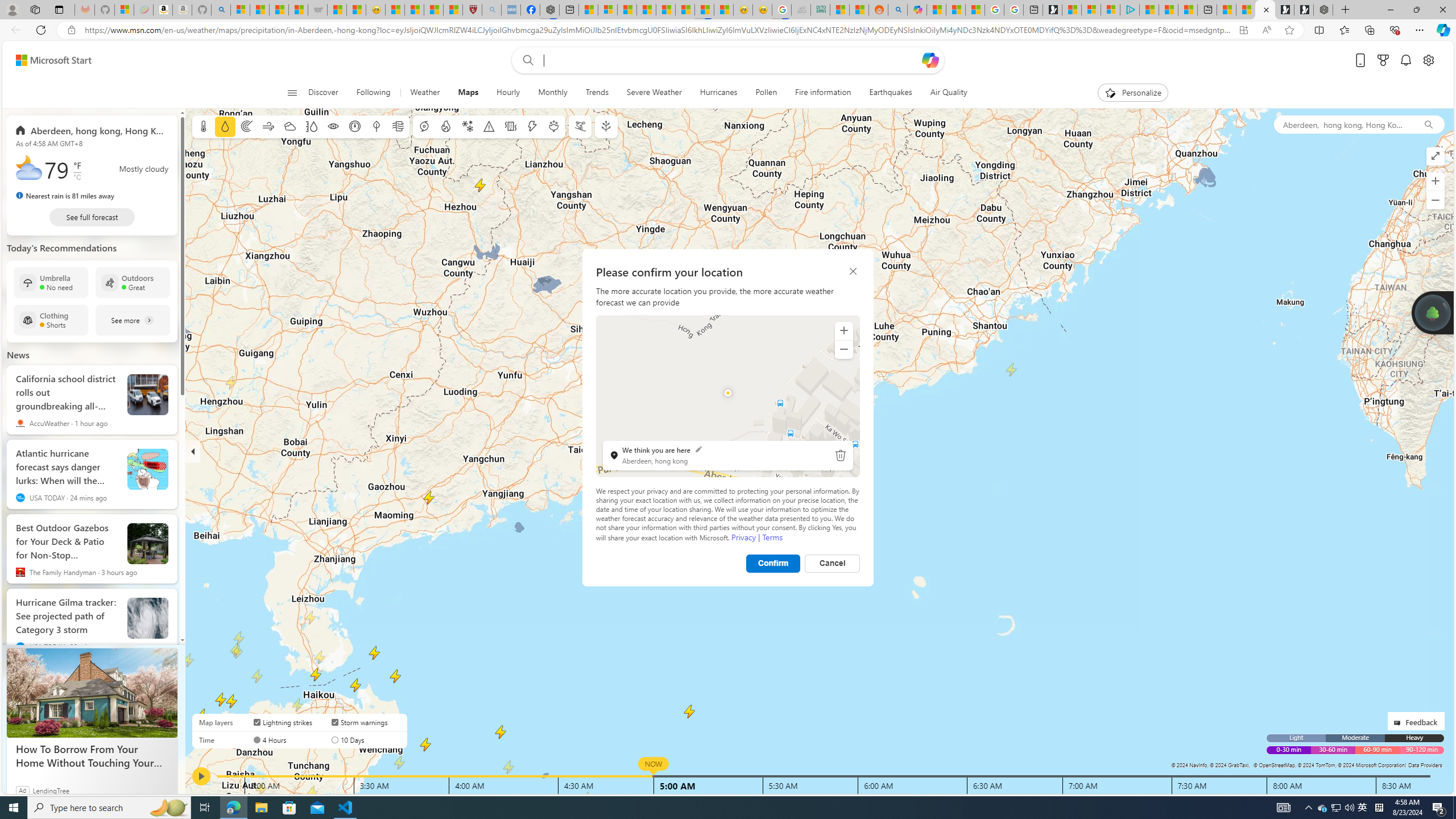 Image resolution: width=1456 pixels, height=819 pixels. I want to click on 'News', so click(18, 354).